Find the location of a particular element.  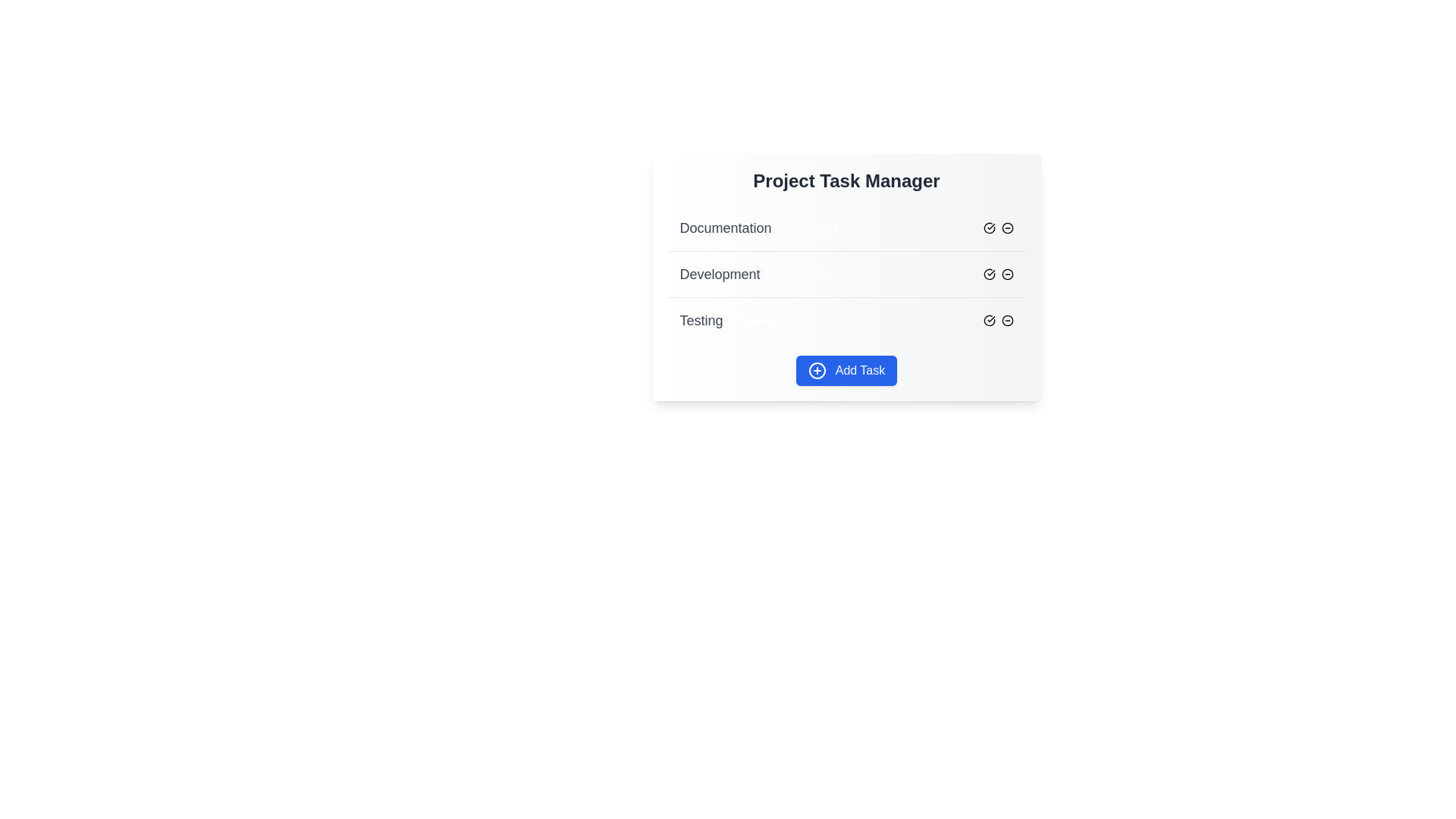

the first task row labeled 'Documentation' in the task management list, which includes a status indicator 'Completed' with a green background is located at coordinates (846, 228).